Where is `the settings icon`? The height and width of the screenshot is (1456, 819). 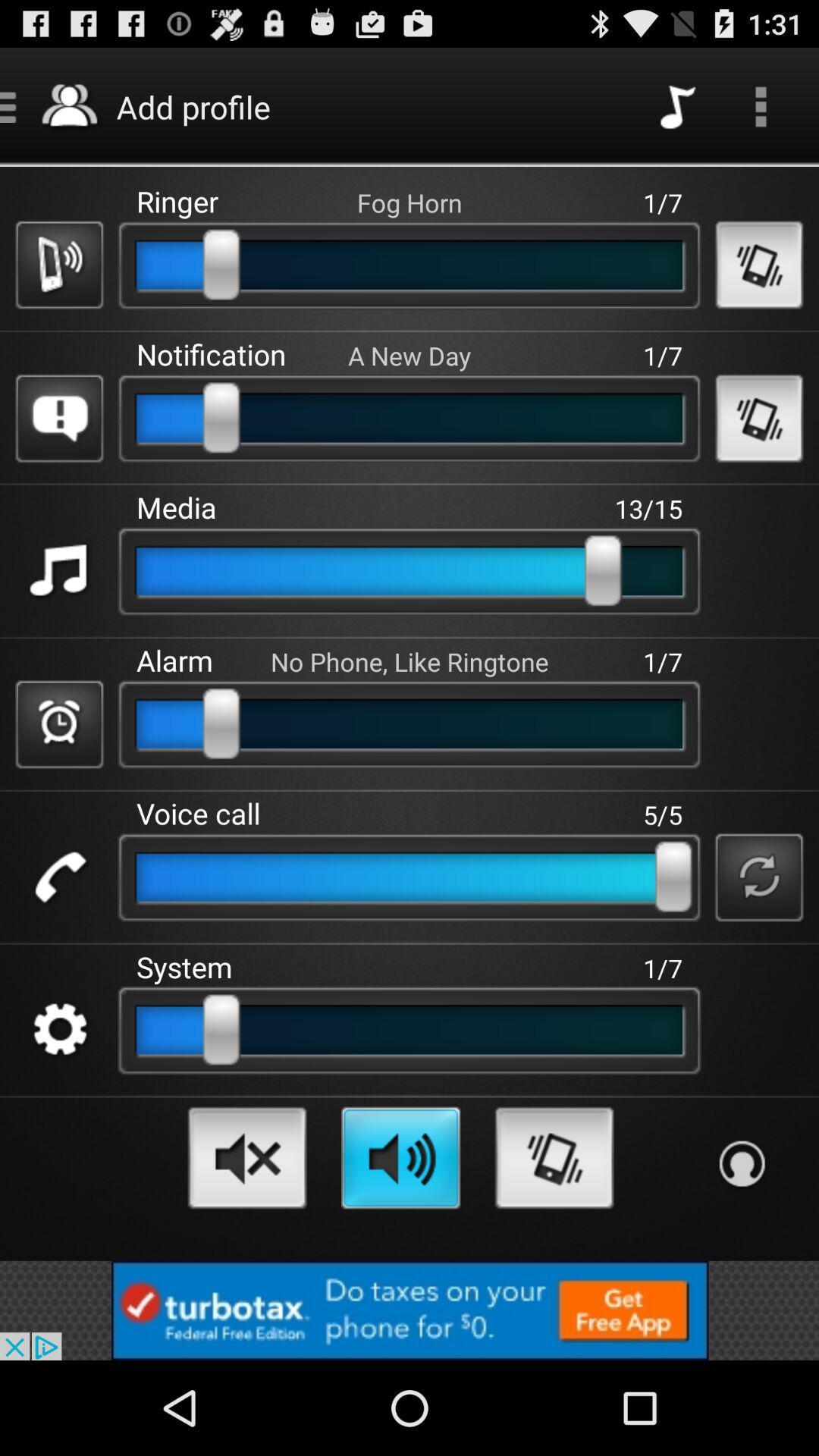 the settings icon is located at coordinates (58, 1103).